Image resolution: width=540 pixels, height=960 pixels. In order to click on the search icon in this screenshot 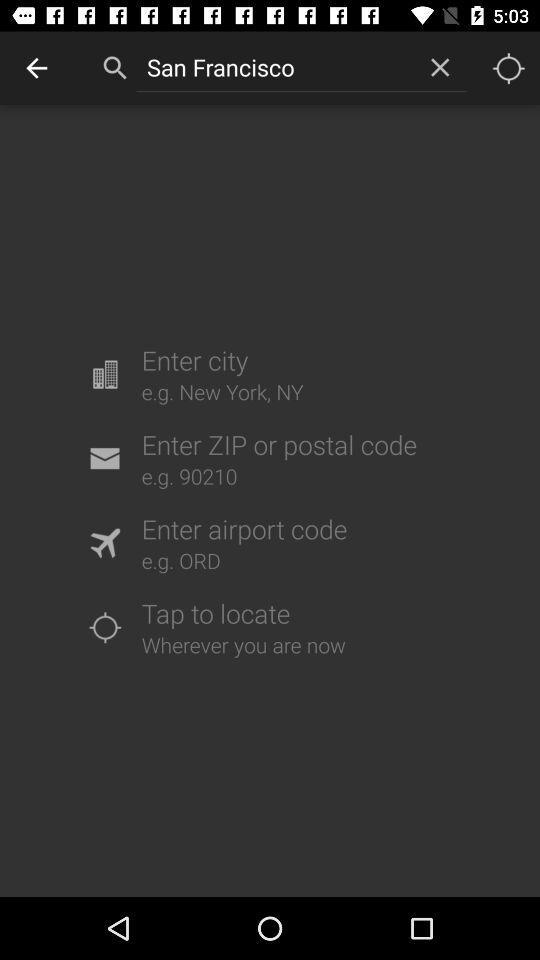, I will do `click(115, 68)`.